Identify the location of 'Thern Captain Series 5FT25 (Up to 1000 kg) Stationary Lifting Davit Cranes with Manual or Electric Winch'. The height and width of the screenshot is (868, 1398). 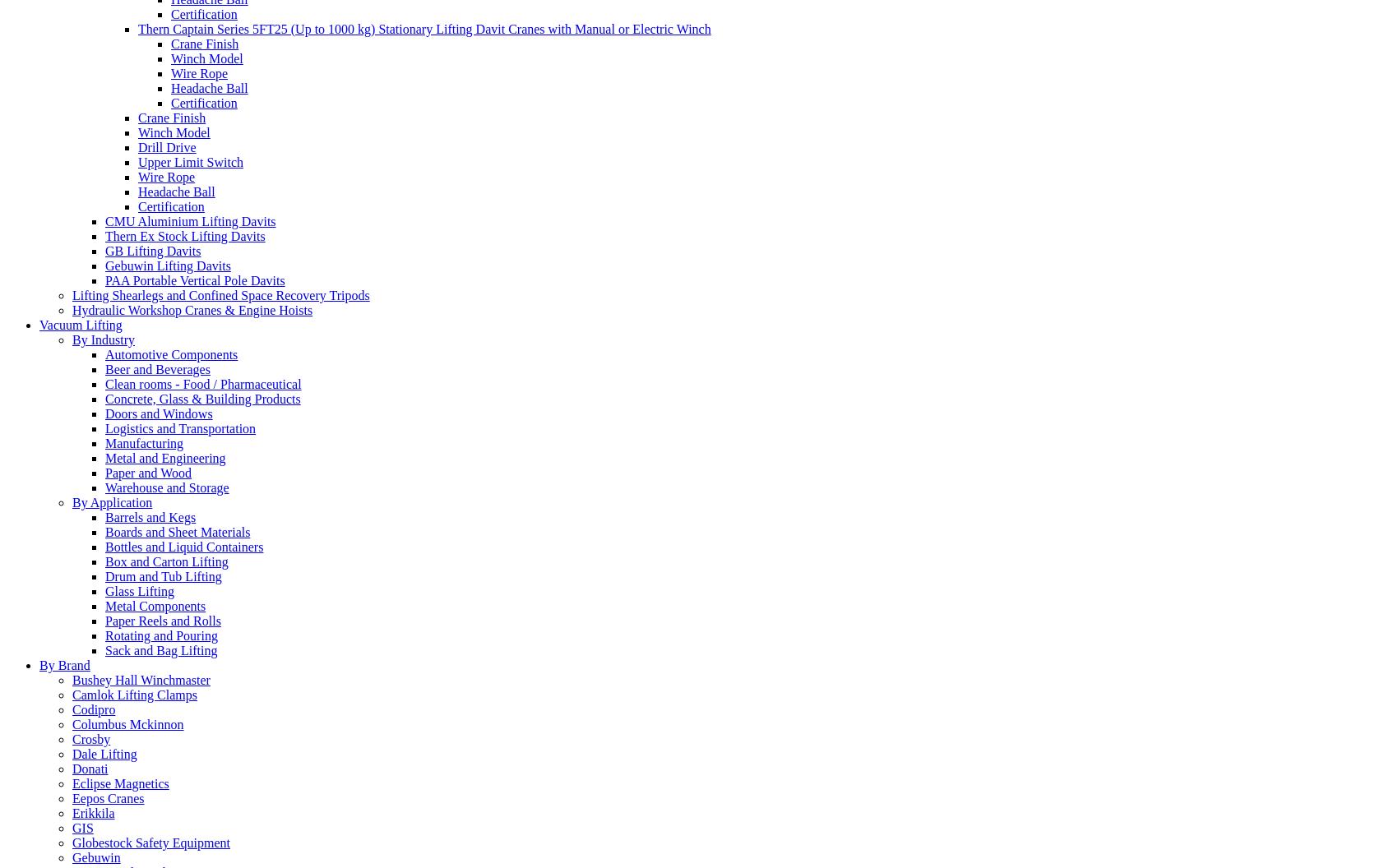
(424, 28).